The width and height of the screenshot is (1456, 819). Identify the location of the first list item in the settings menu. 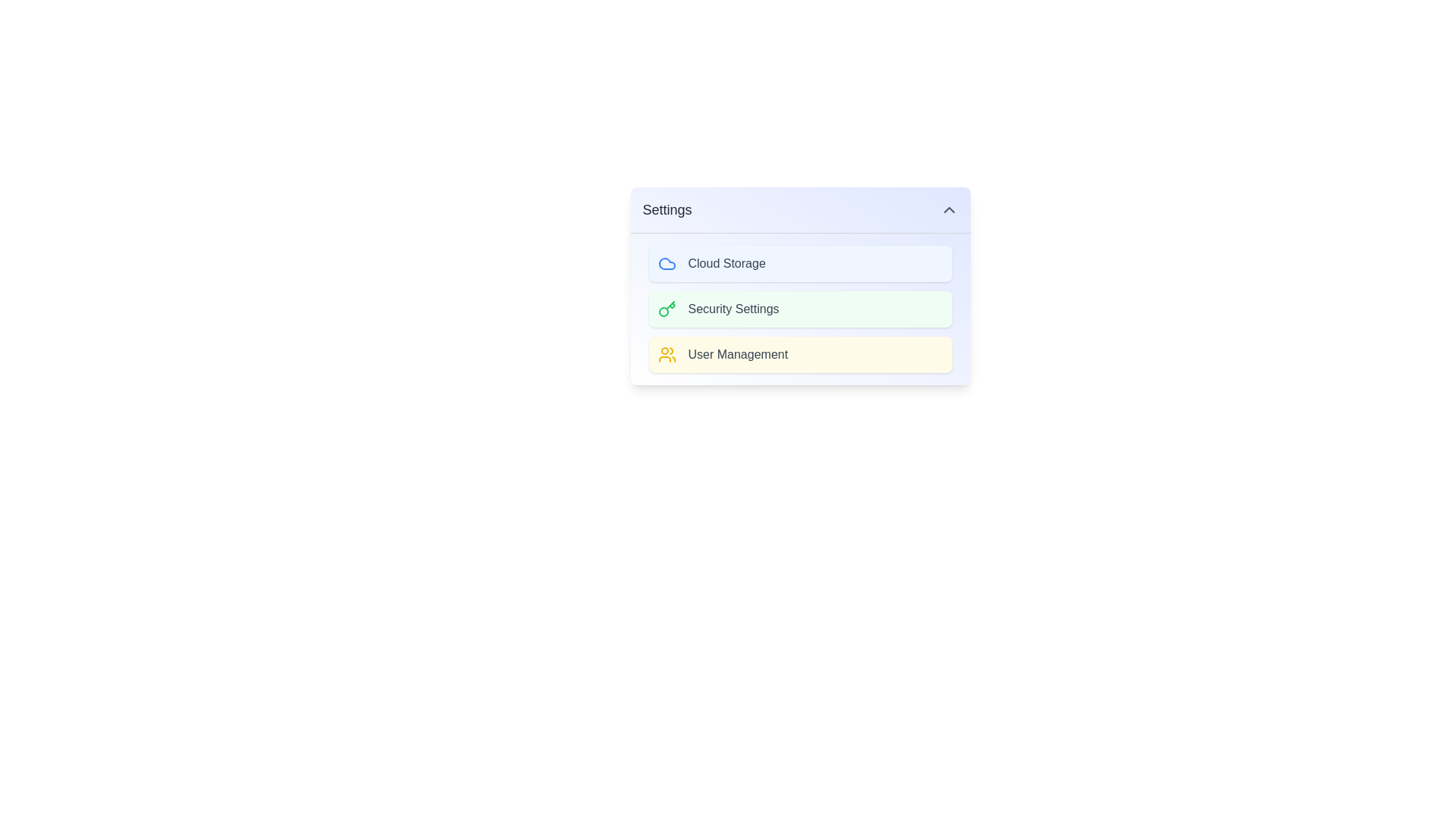
(799, 262).